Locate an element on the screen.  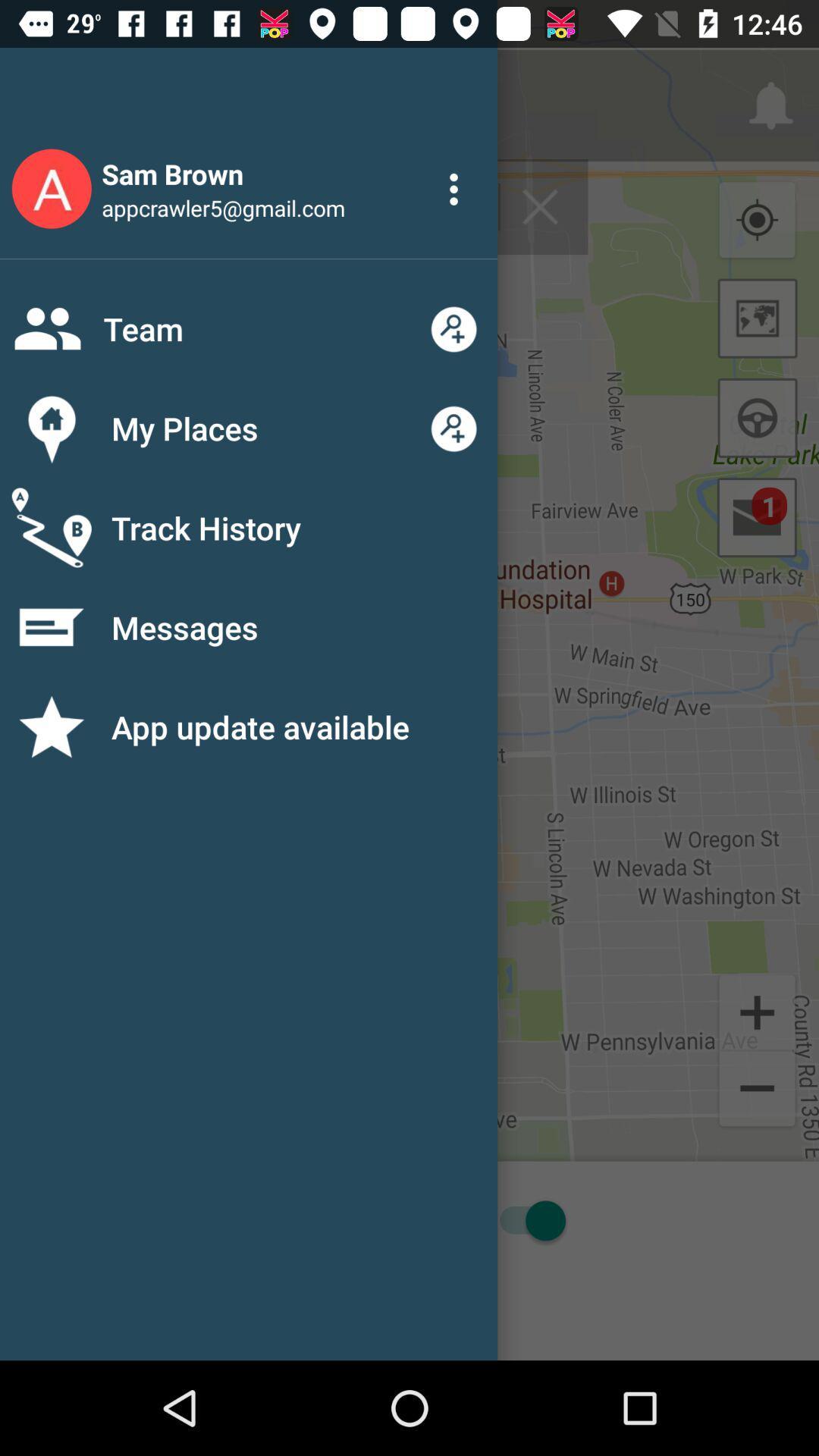
the minus icon is located at coordinates (757, 1090).